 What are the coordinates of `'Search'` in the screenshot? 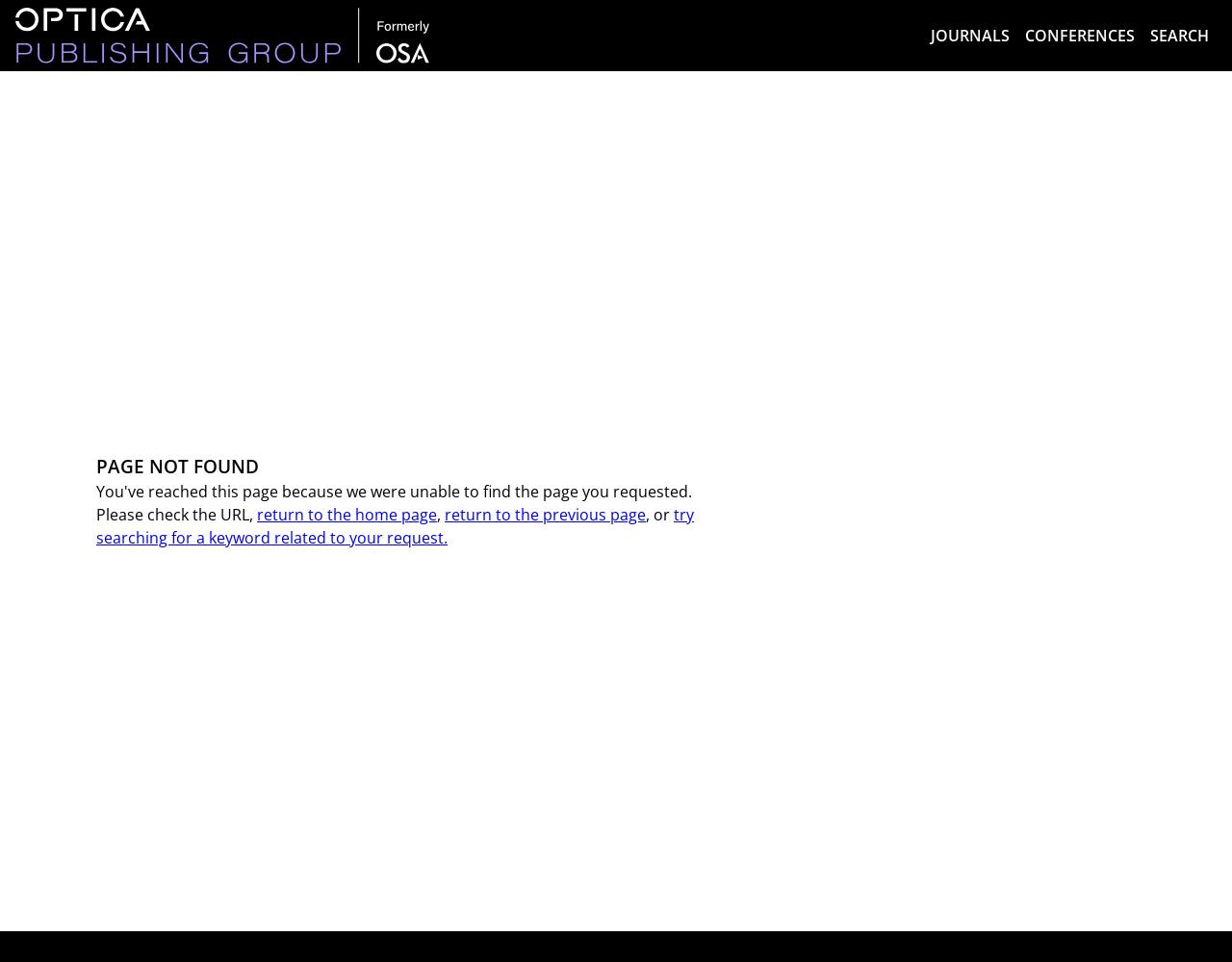 It's located at (1150, 36).